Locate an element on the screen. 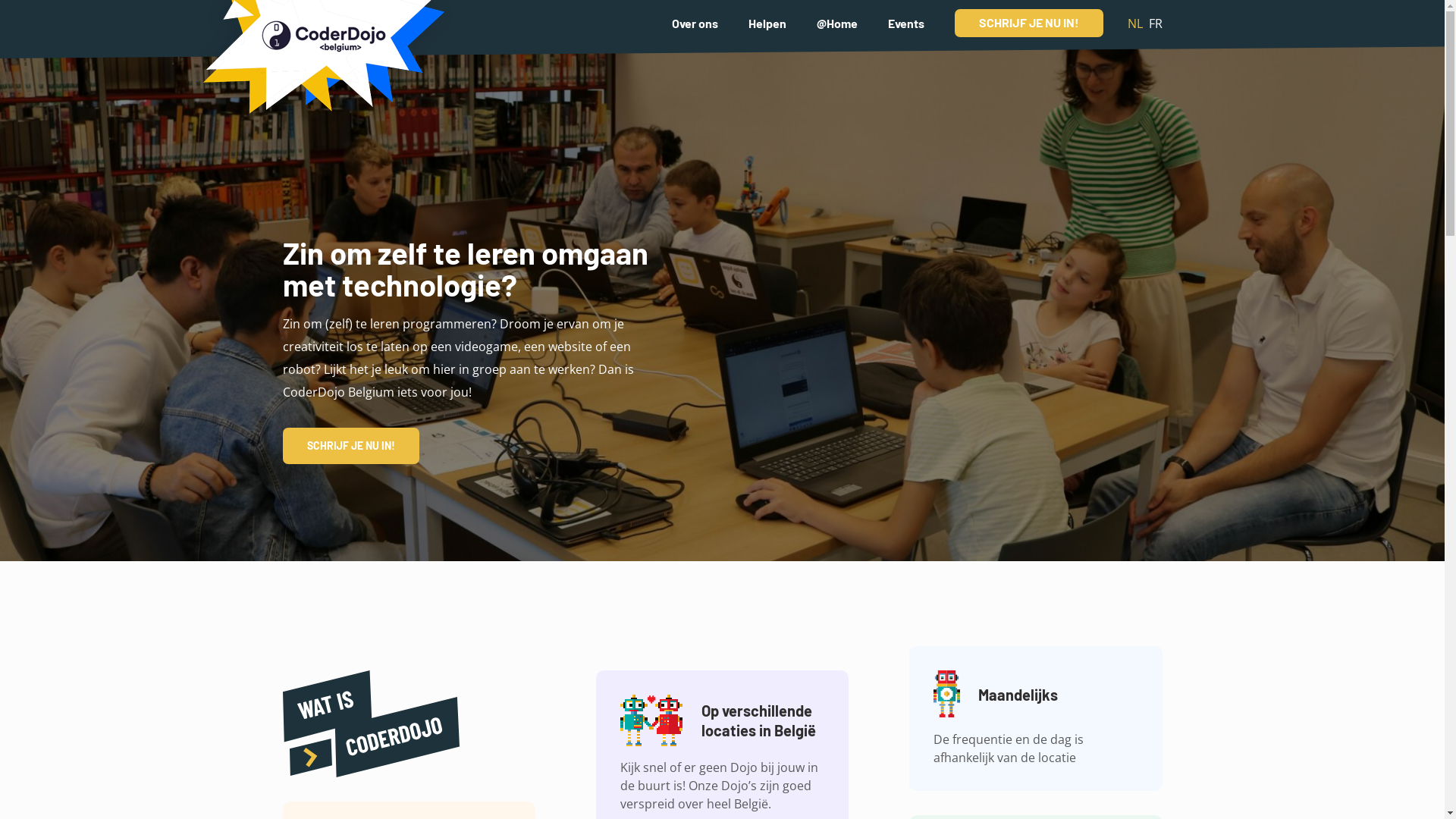 The height and width of the screenshot is (819, 1456). 'Events' is located at coordinates (887, 22).